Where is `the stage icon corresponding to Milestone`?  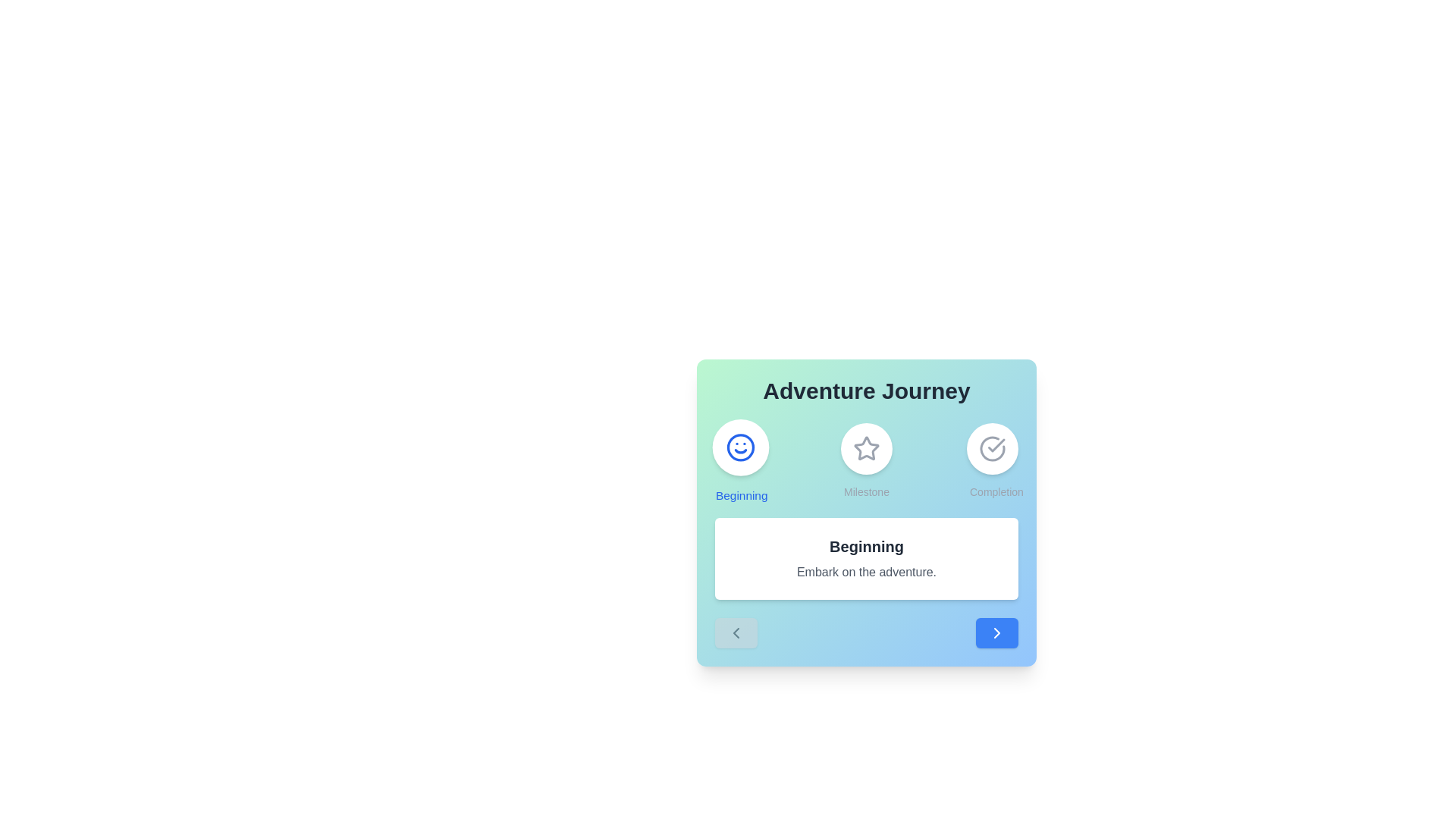 the stage icon corresponding to Milestone is located at coordinates (866, 460).